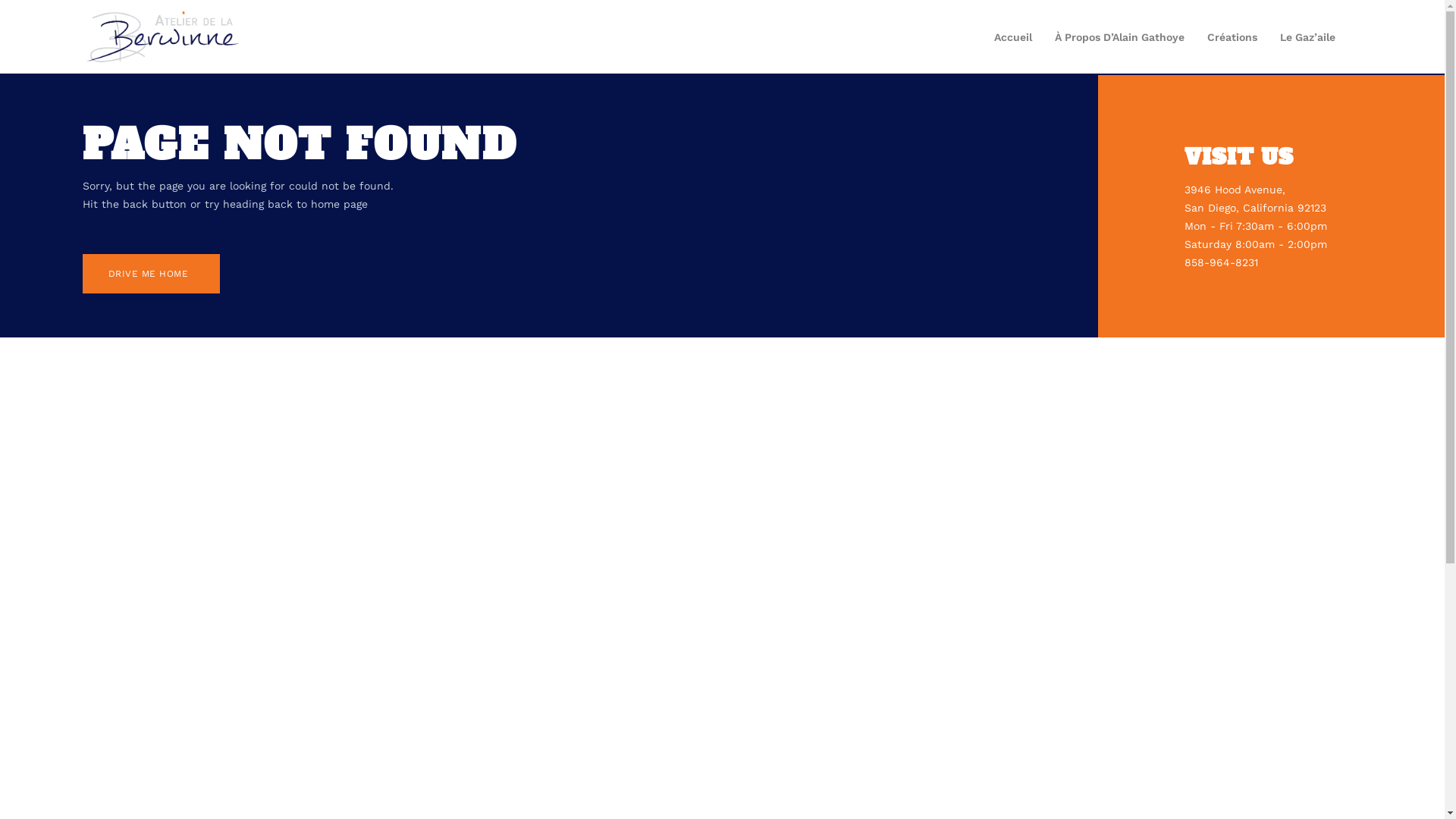 This screenshot has width=1456, height=819. Describe the element at coordinates (152, 274) in the screenshot. I see `'DRIVE ME HOME'` at that location.